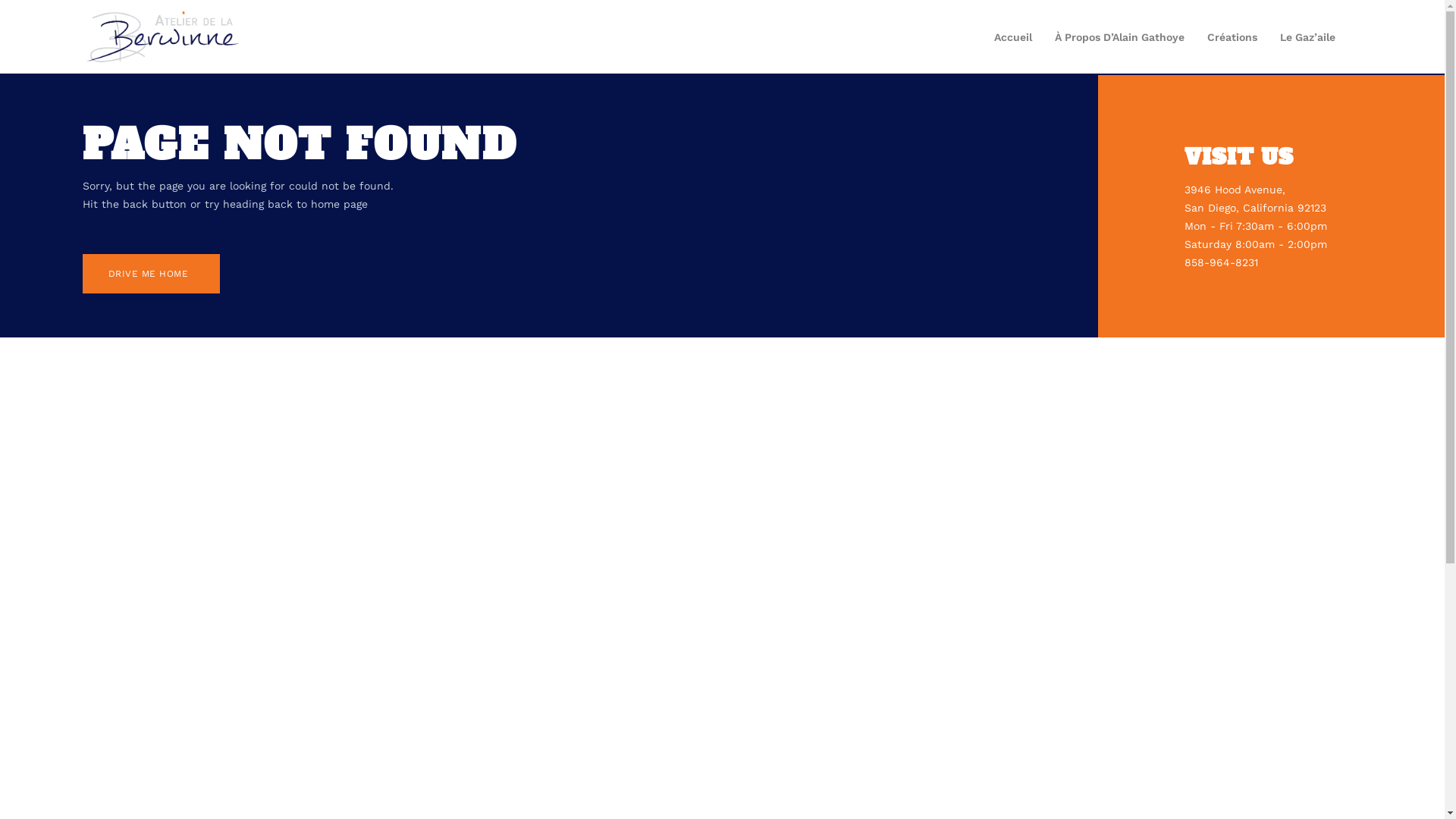 This screenshot has width=1456, height=819. Describe the element at coordinates (152, 274) in the screenshot. I see `'DRIVE ME HOME'` at that location.